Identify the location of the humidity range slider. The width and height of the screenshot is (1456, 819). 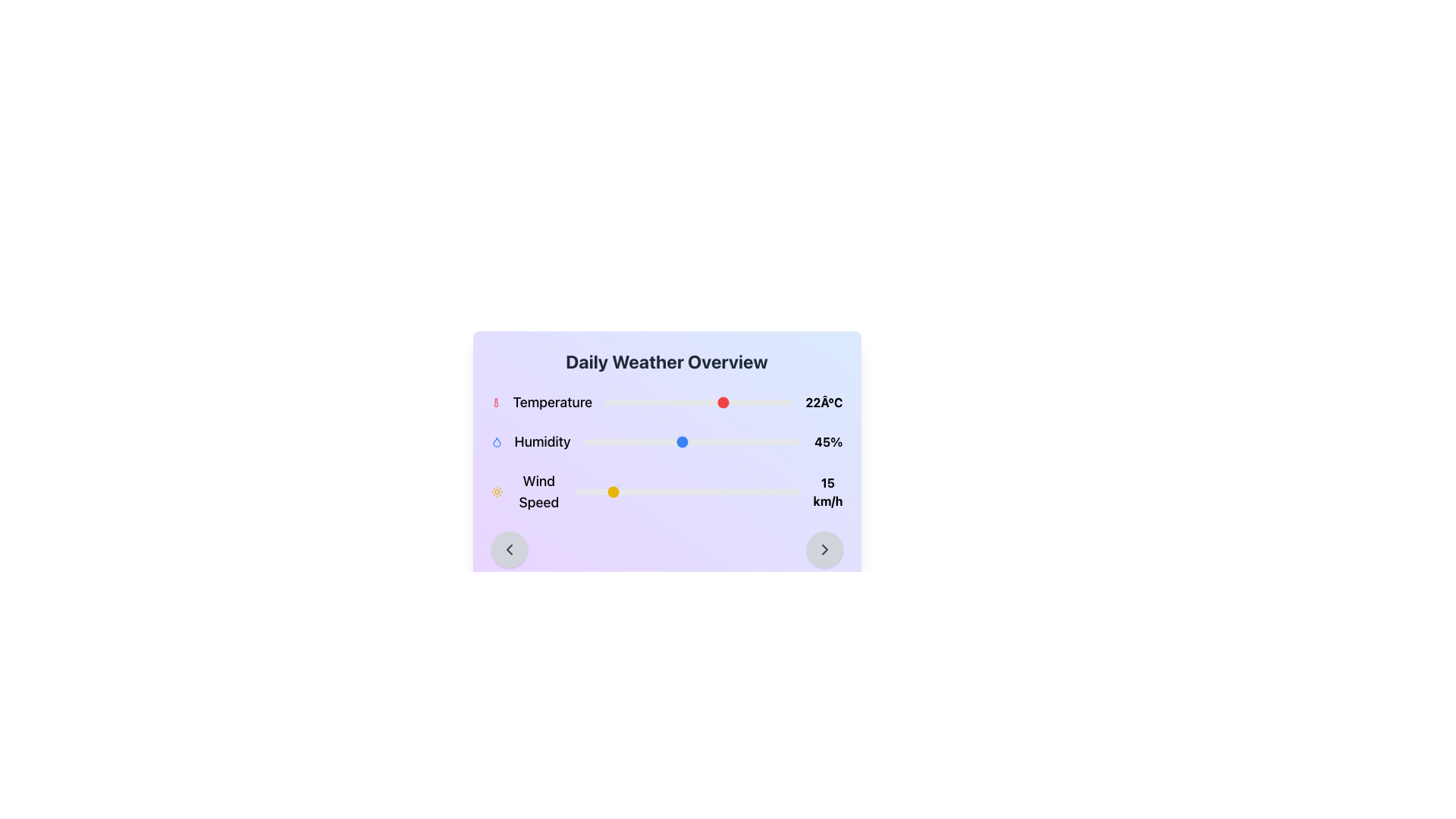
(667, 441).